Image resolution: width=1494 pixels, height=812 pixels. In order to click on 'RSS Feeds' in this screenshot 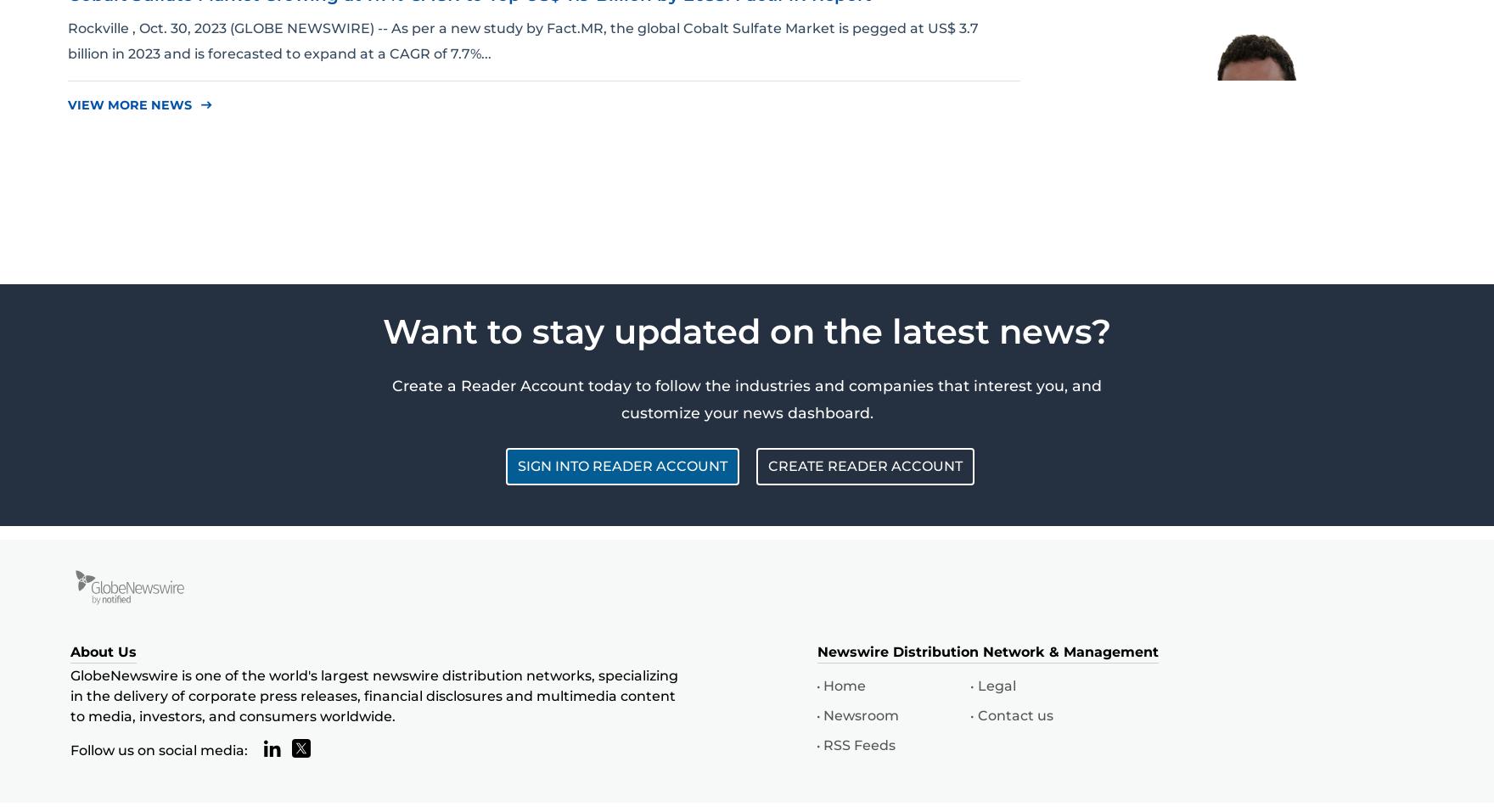, I will do `click(859, 744)`.